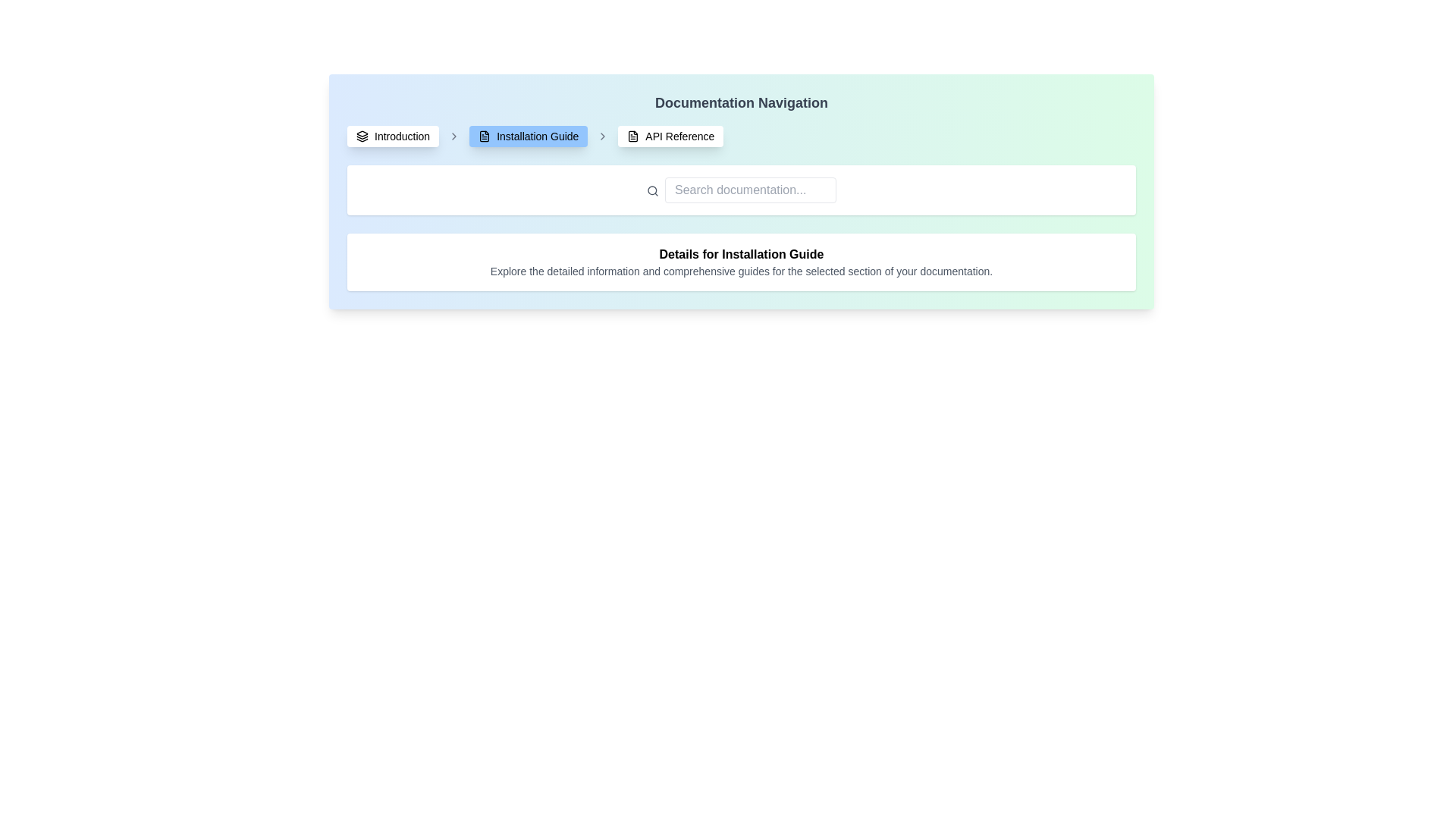 The image size is (1456, 819). What do you see at coordinates (633, 136) in the screenshot?
I see `the document icon in the breadcrumb navigation bar, which is represented by a rectangular outline with slightly curved edges` at bounding box center [633, 136].